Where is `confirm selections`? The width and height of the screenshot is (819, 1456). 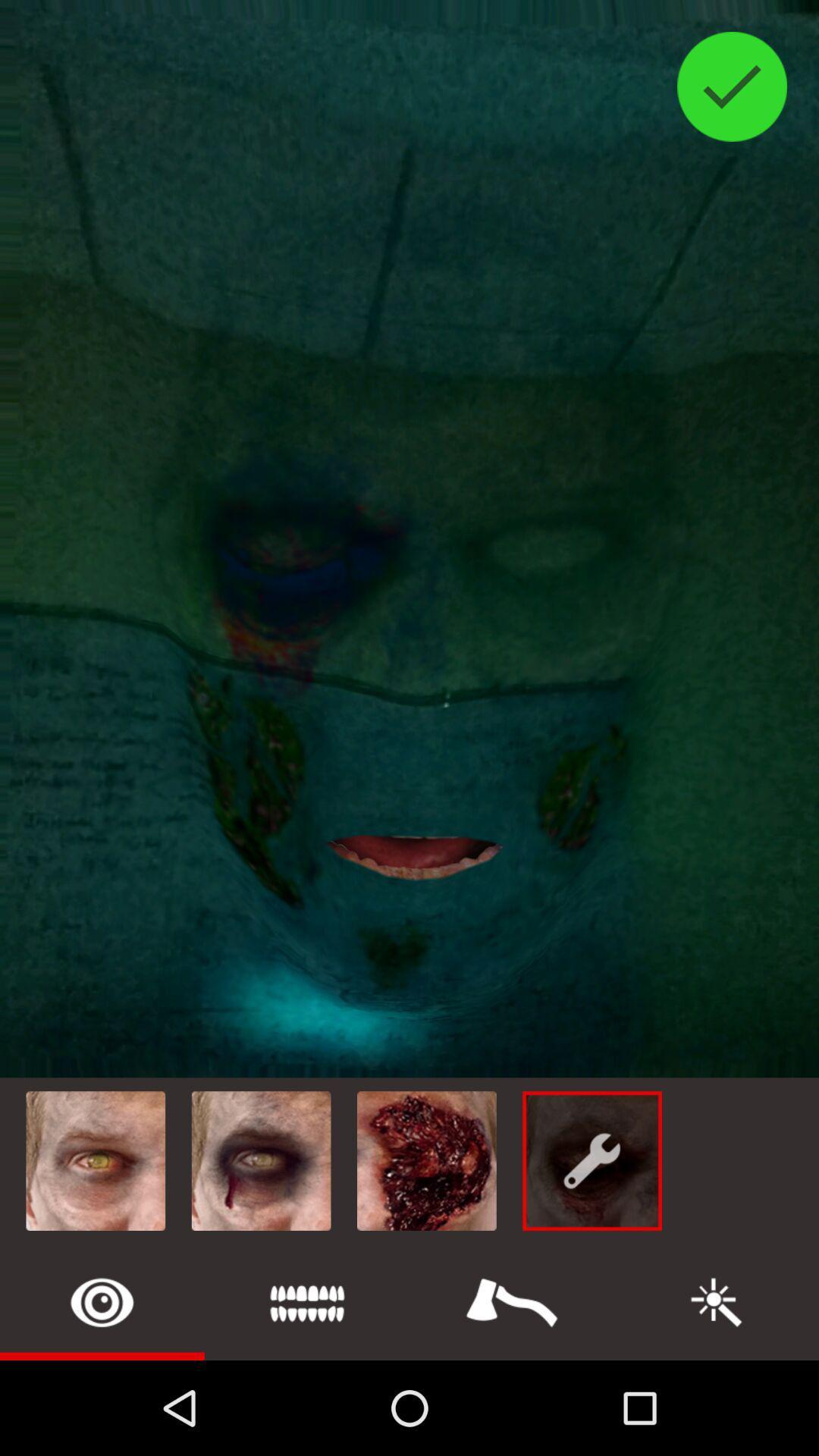
confirm selections is located at coordinates (731, 86).